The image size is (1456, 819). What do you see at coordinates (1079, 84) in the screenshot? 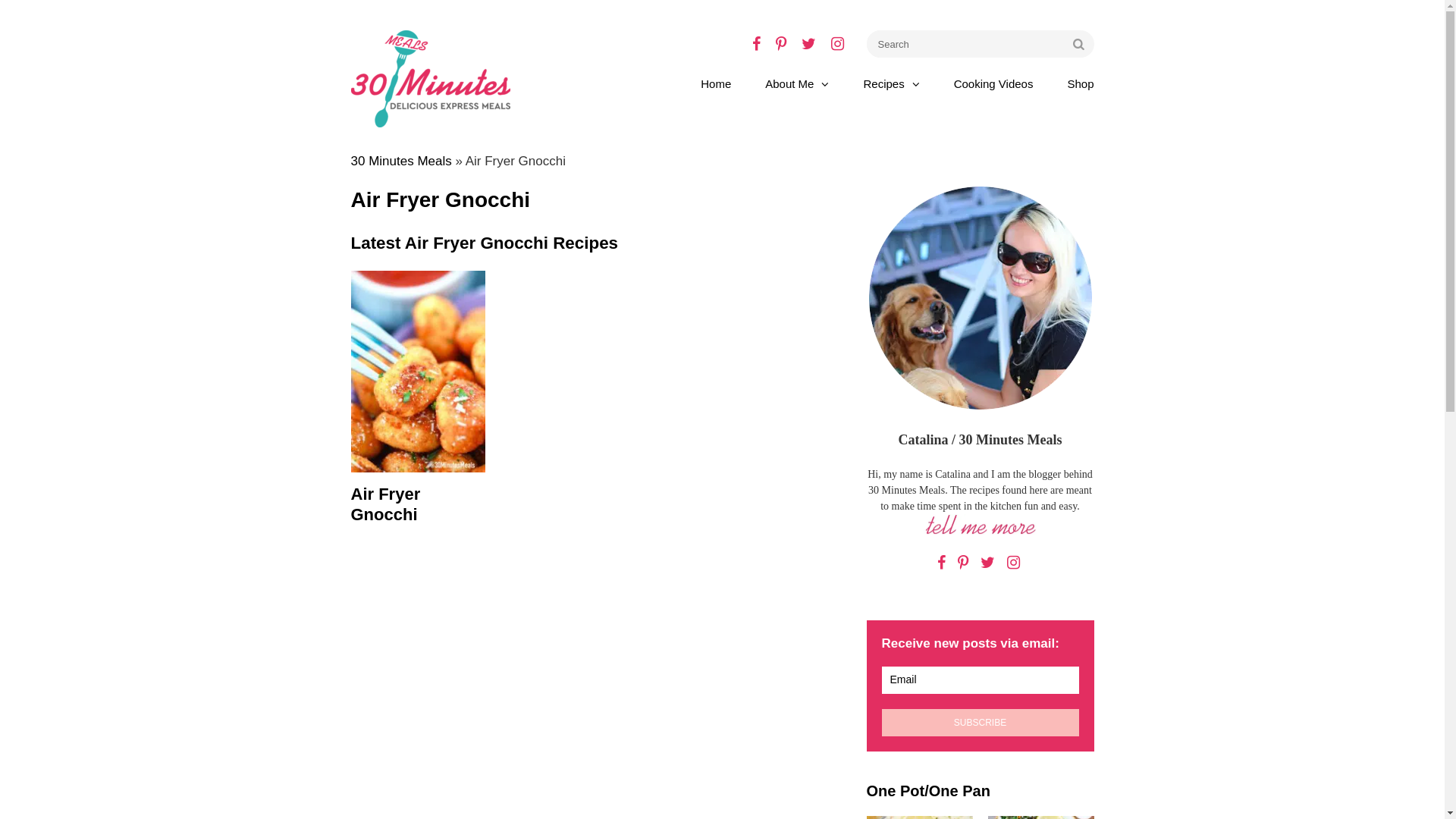
I see `'Shop'` at bounding box center [1079, 84].